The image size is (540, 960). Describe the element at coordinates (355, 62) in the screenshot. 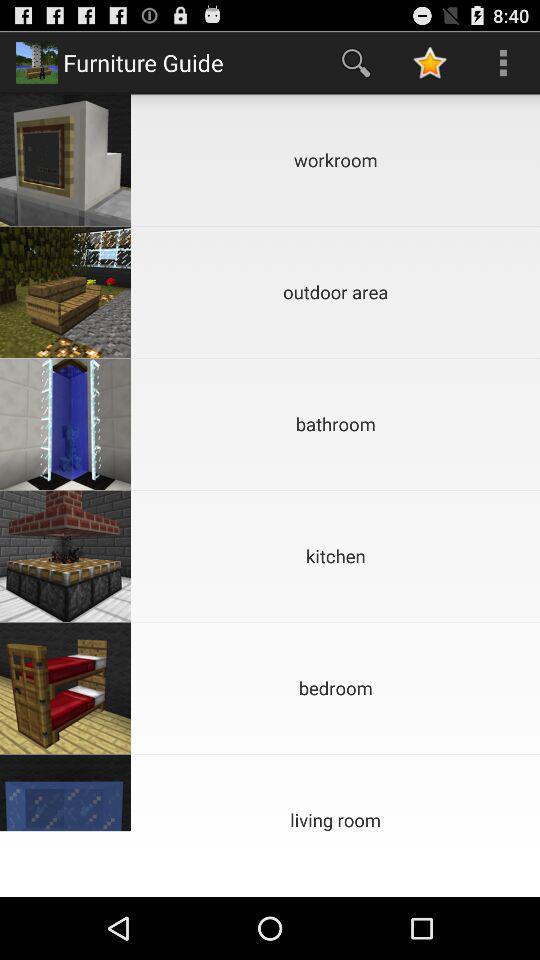

I see `icon to the right of the furniture guide icon` at that location.